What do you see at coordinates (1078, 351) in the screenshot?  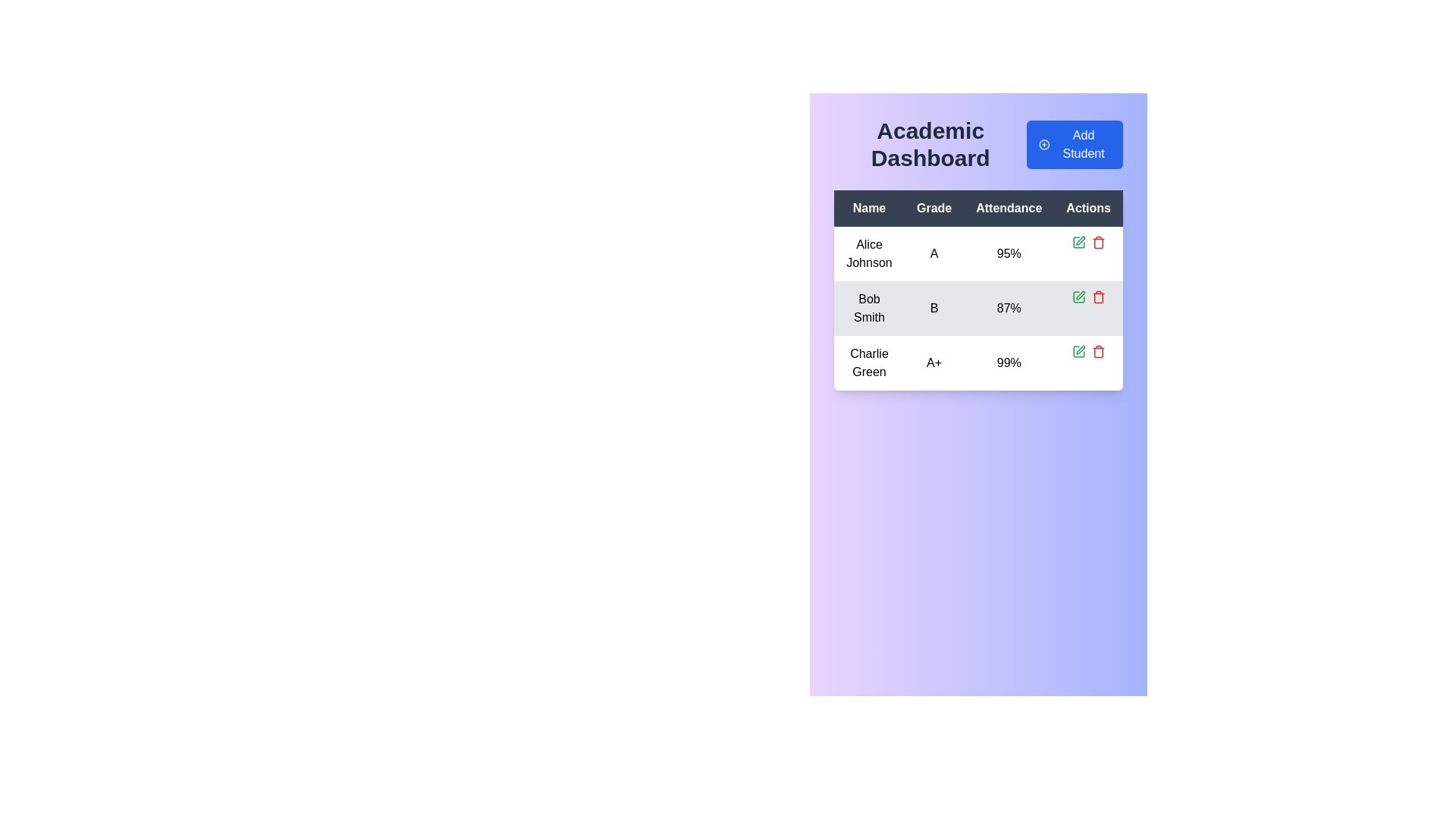 I see `the edit icon in the 'Actions' column associated with the row for 'Charlie Green'` at bounding box center [1078, 351].